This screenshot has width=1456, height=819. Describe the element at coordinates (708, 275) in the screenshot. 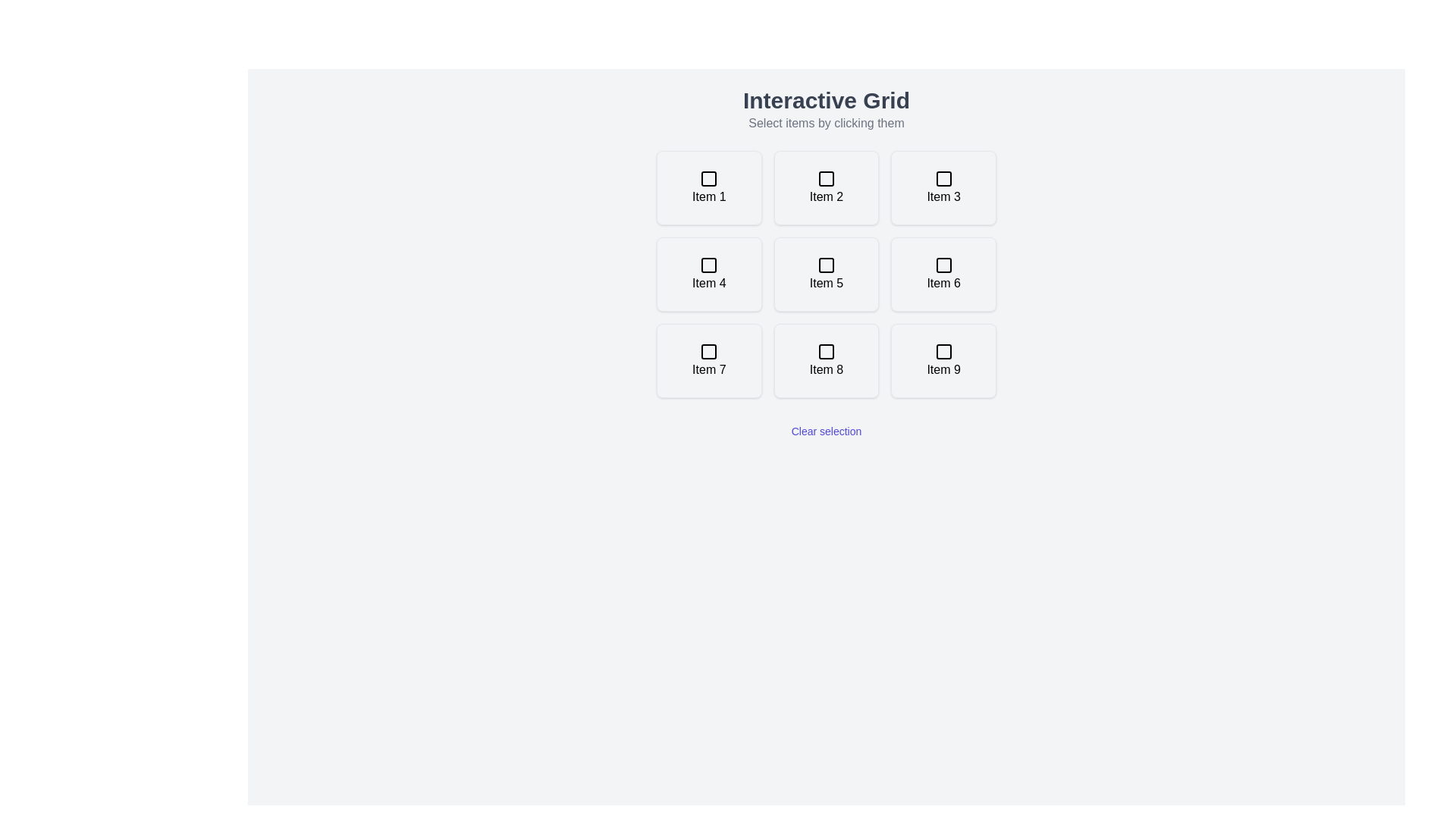

I see `the button that allows users to select 'Item 4' in the second row and first column of the 3x3 grid layout` at that location.